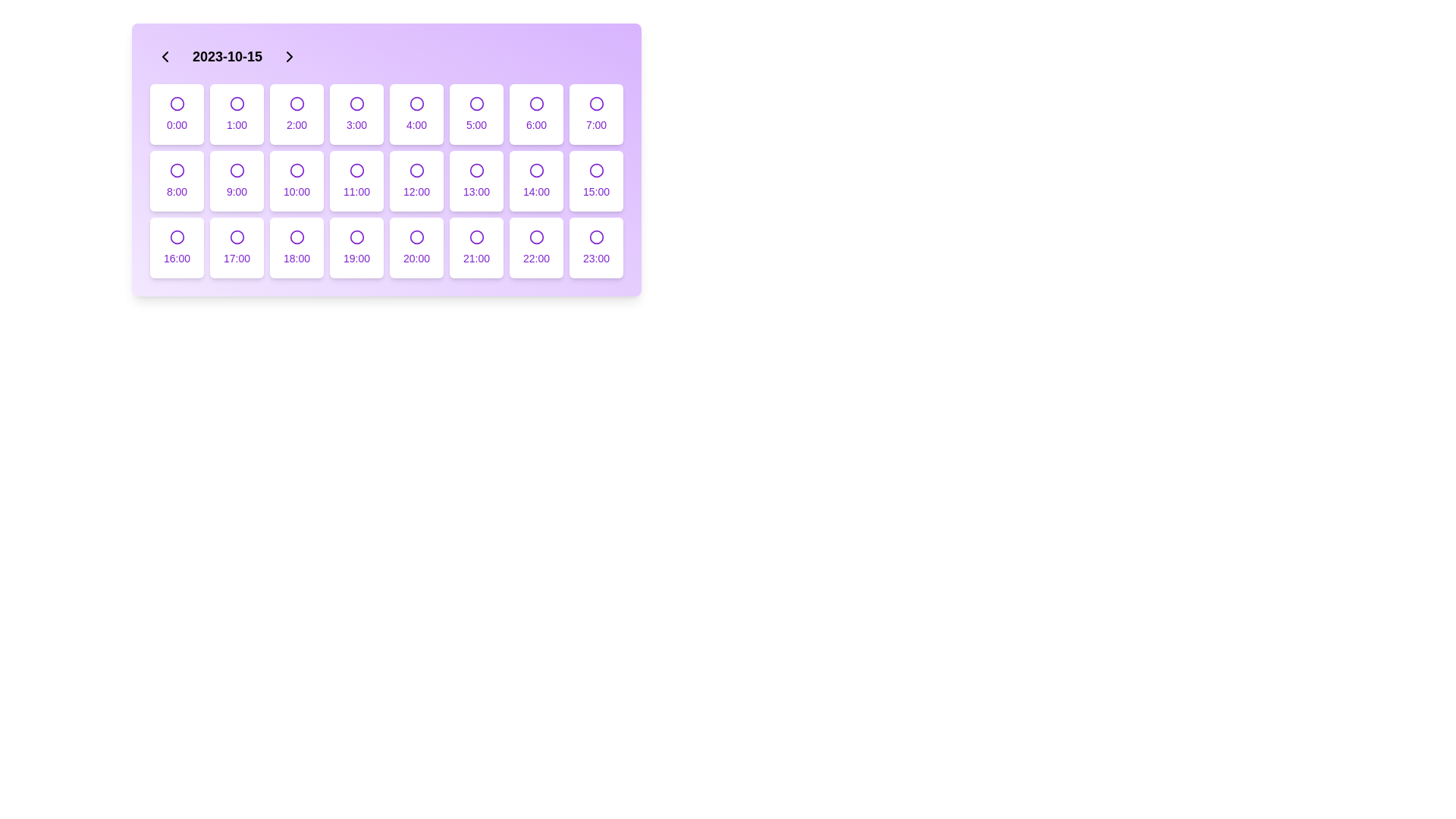 This screenshot has height=819, width=1456. Describe the element at coordinates (236, 170) in the screenshot. I see `the circular icon representing the selectable time slot for '9:00' located in the grid under the date '2023-10-15'` at that location.